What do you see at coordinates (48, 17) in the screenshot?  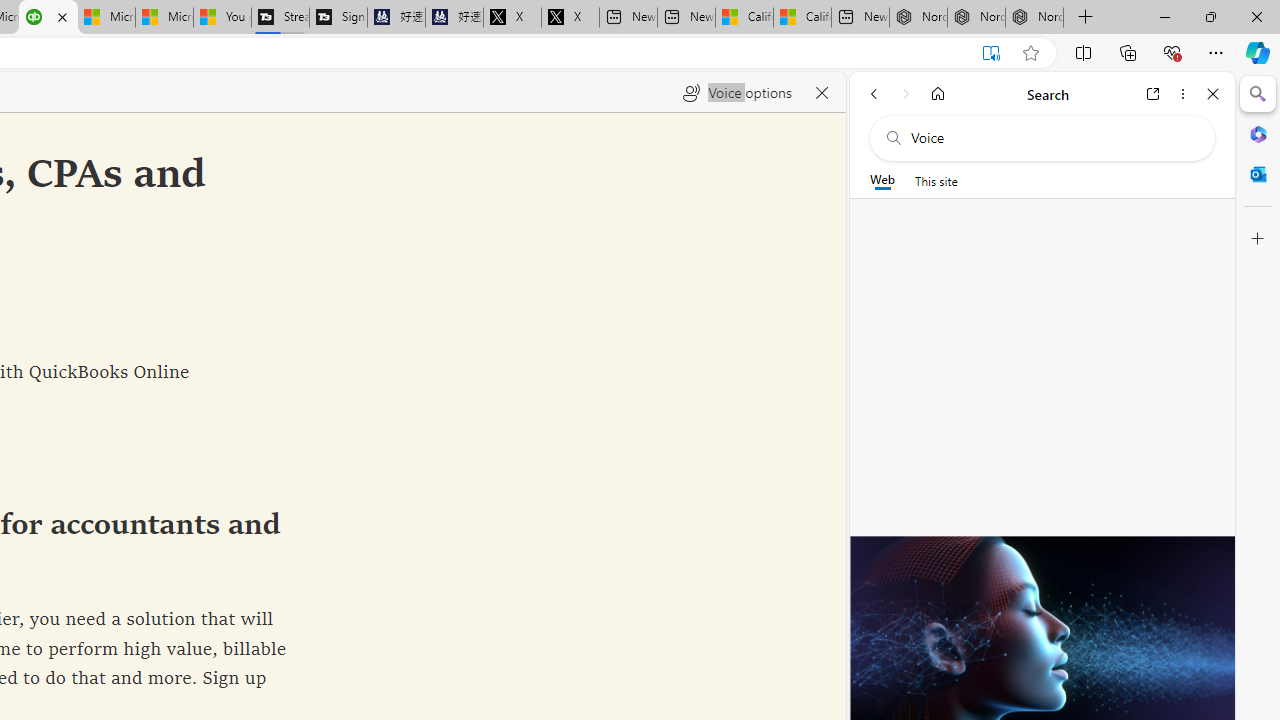 I see `'Accounting Software for Accountants, CPAs and Bookkeepers'` at bounding box center [48, 17].